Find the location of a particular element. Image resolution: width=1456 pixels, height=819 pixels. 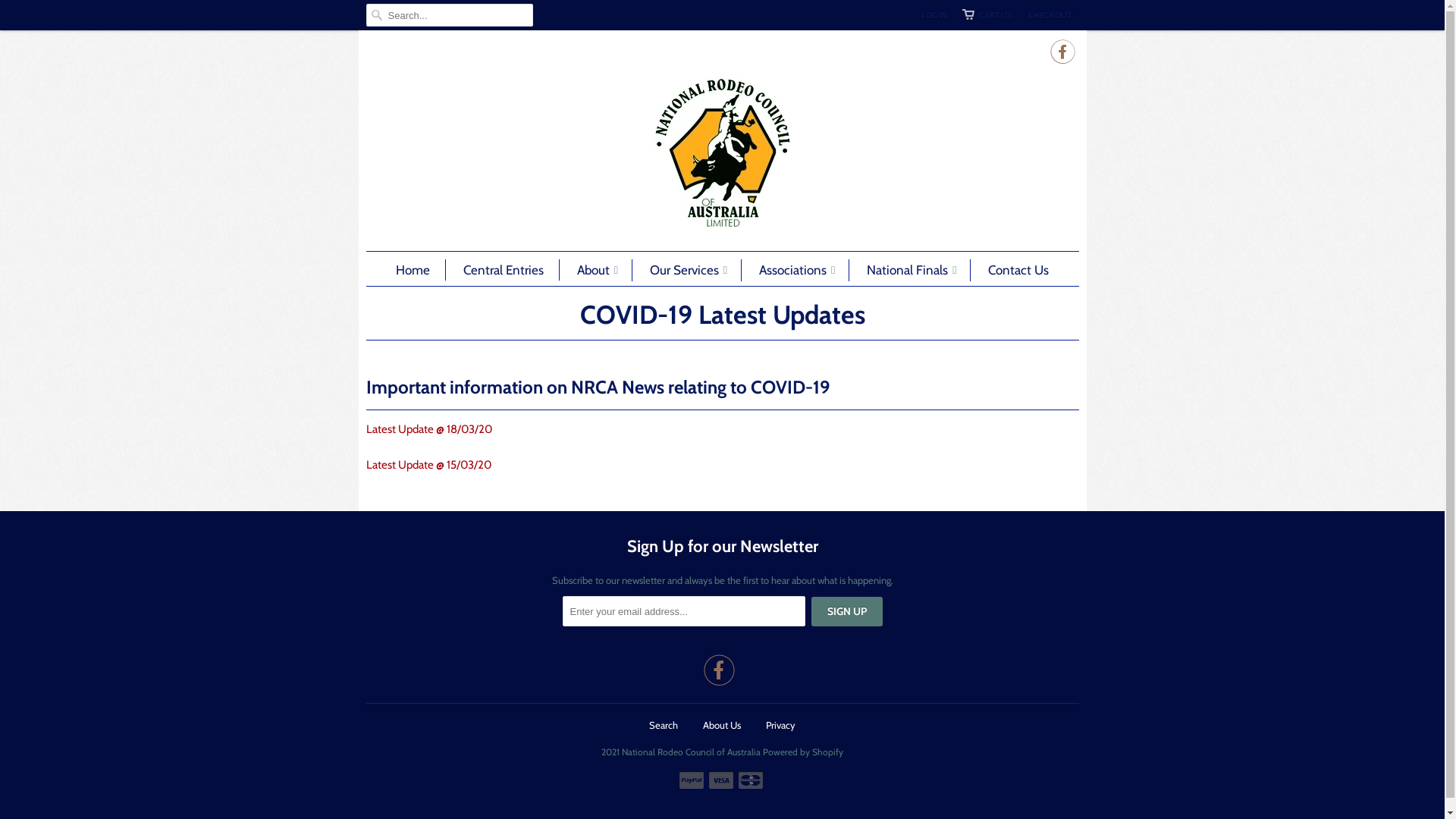

'Latest Update @ 18/03/20' is located at coordinates (365, 429).